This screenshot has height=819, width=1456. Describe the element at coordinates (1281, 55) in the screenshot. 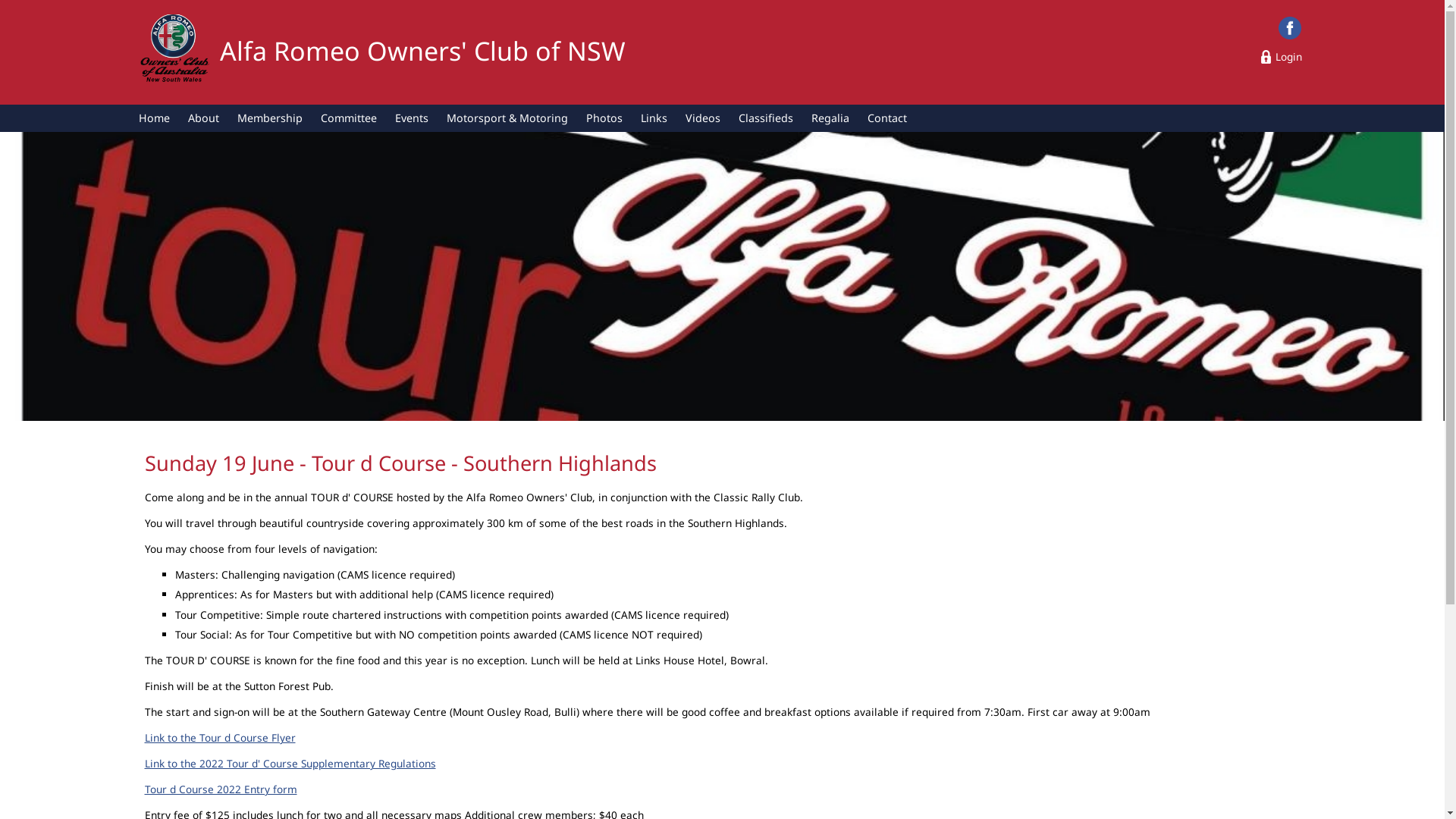

I see `'Login'` at that location.